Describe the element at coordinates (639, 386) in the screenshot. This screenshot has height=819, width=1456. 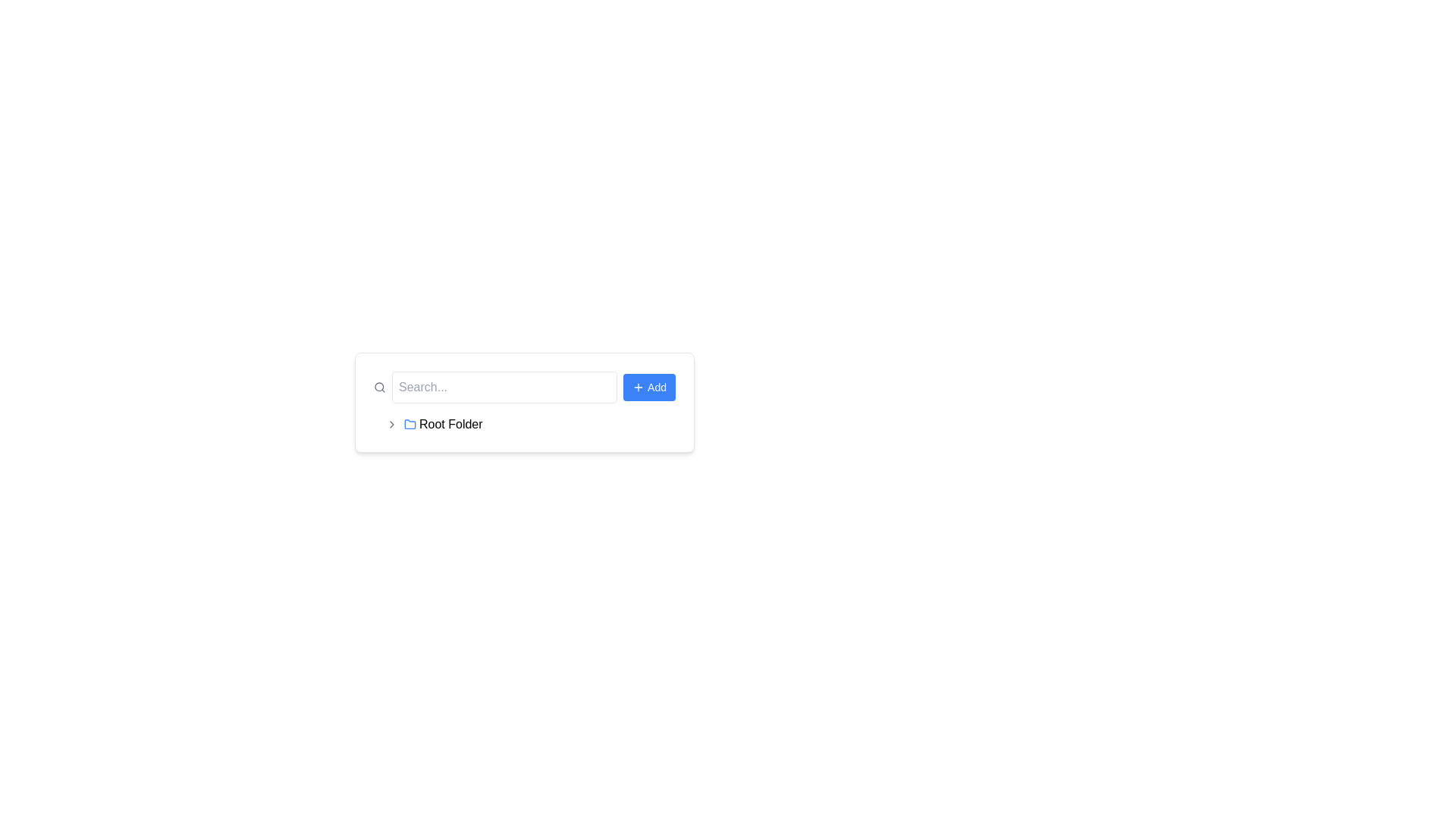
I see `the SVG icon of a plus sign, which is located to the left of the 'Add' button, characterized by its thin, light gray lines and rounded ends` at that location.